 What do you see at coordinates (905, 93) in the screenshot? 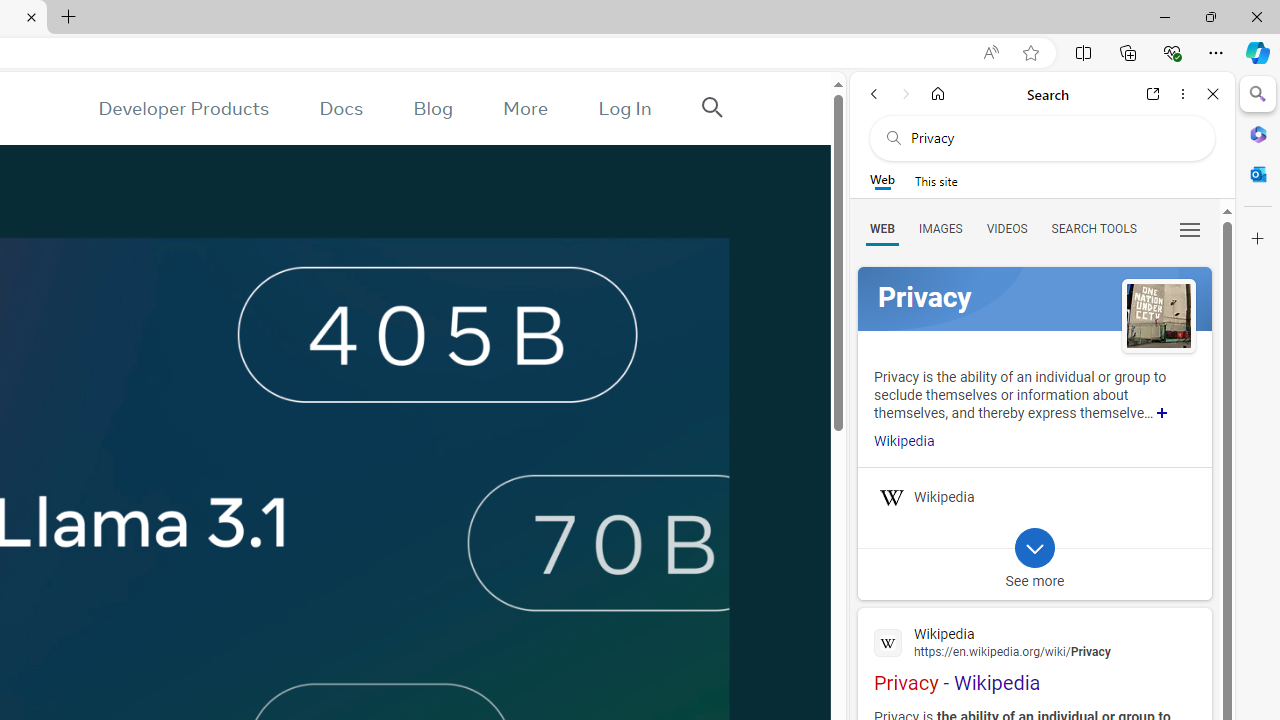
I see `'Forward'` at bounding box center [905, 93].